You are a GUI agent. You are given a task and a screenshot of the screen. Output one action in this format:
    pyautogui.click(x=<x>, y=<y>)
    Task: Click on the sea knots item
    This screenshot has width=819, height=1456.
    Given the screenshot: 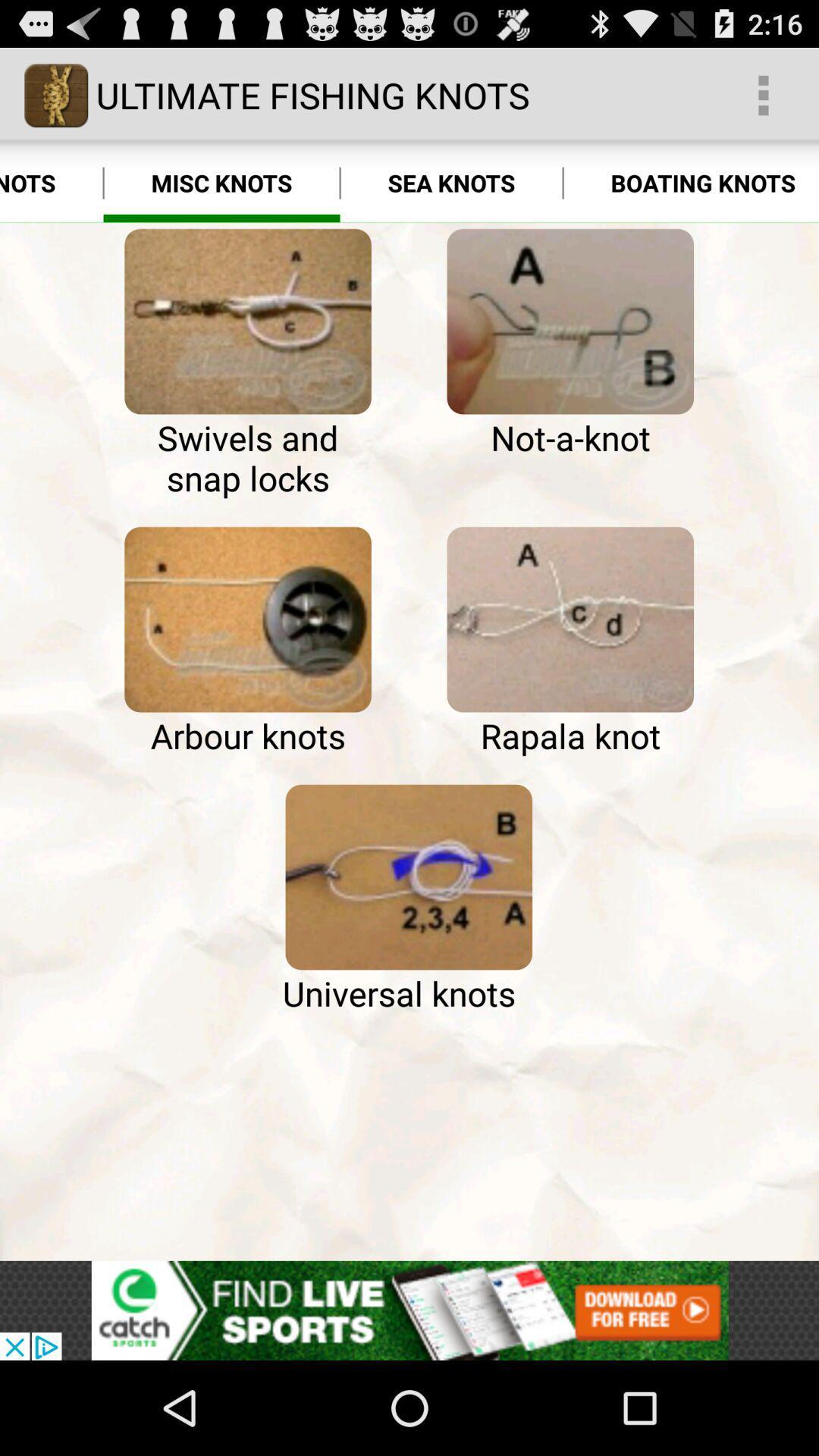 What is the action you would take?
    pyautogui.click(x=450, y=182)
    